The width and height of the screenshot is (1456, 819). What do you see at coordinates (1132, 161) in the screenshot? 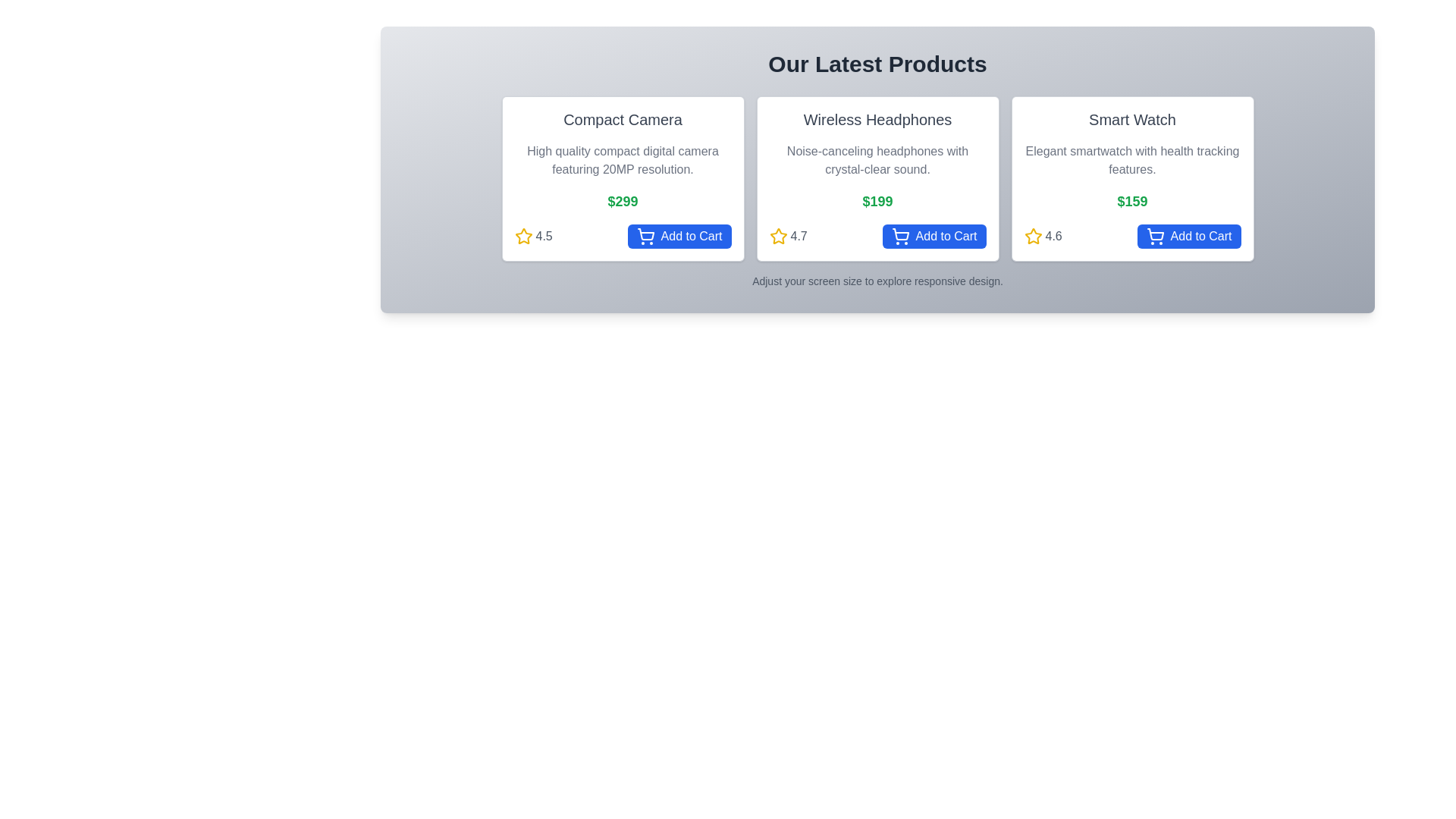
I see `the text block displaying 'Elegant smartwatch with health tracking features.' which is styled in gray font and positioned beneath the title 'Smart Watch.'` at bounding box center [1132, 161].